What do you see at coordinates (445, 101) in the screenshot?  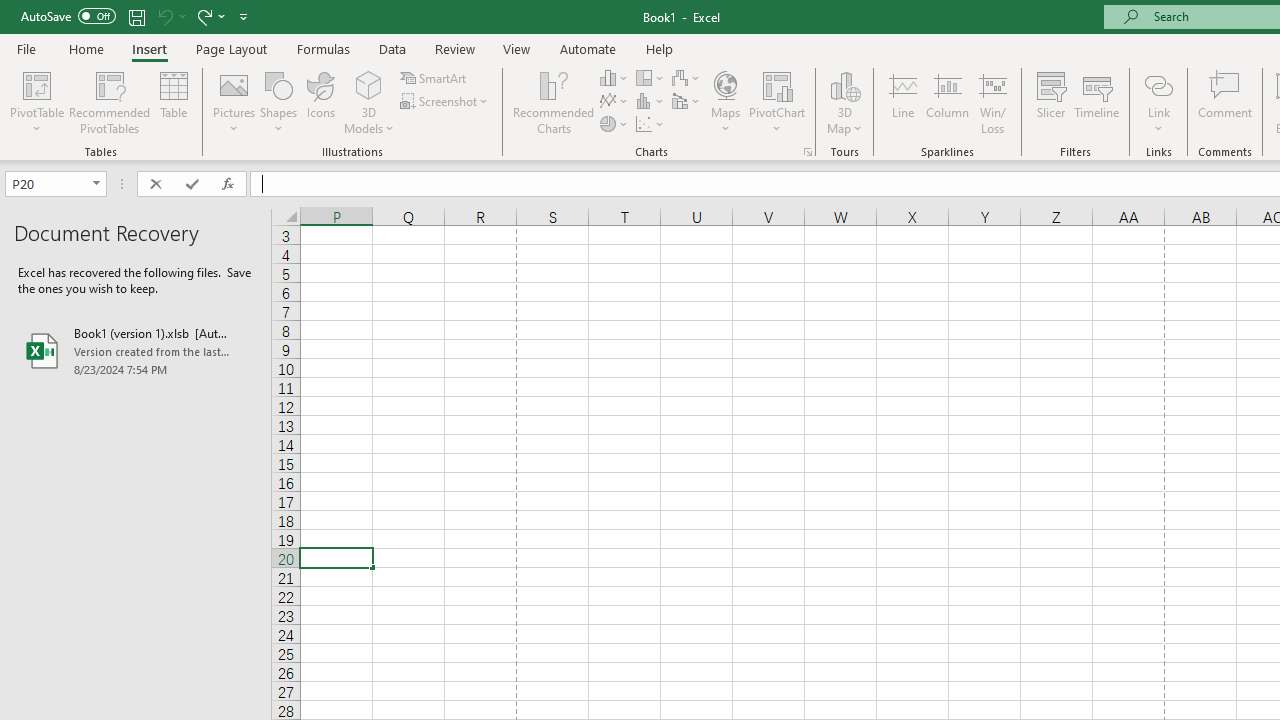 I see `'Screenshot'` at bounding box center [445, 101].